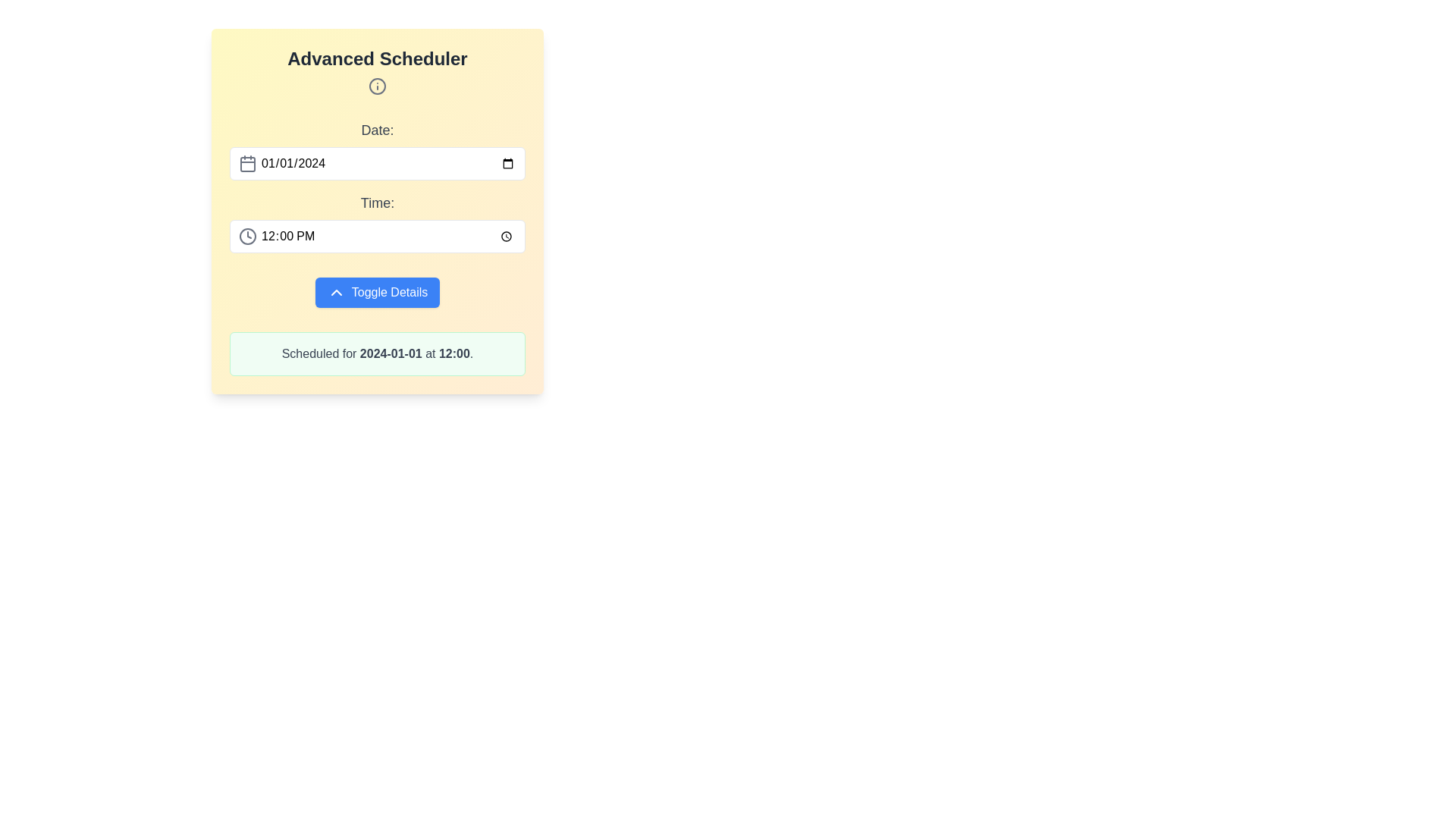 The height and width of the screenshot is (819, 1456). I want to click on the time input area of the Time Picker Input Field, which is labeled 'Time:' and contains a default time value in the center, so click(378, 222).